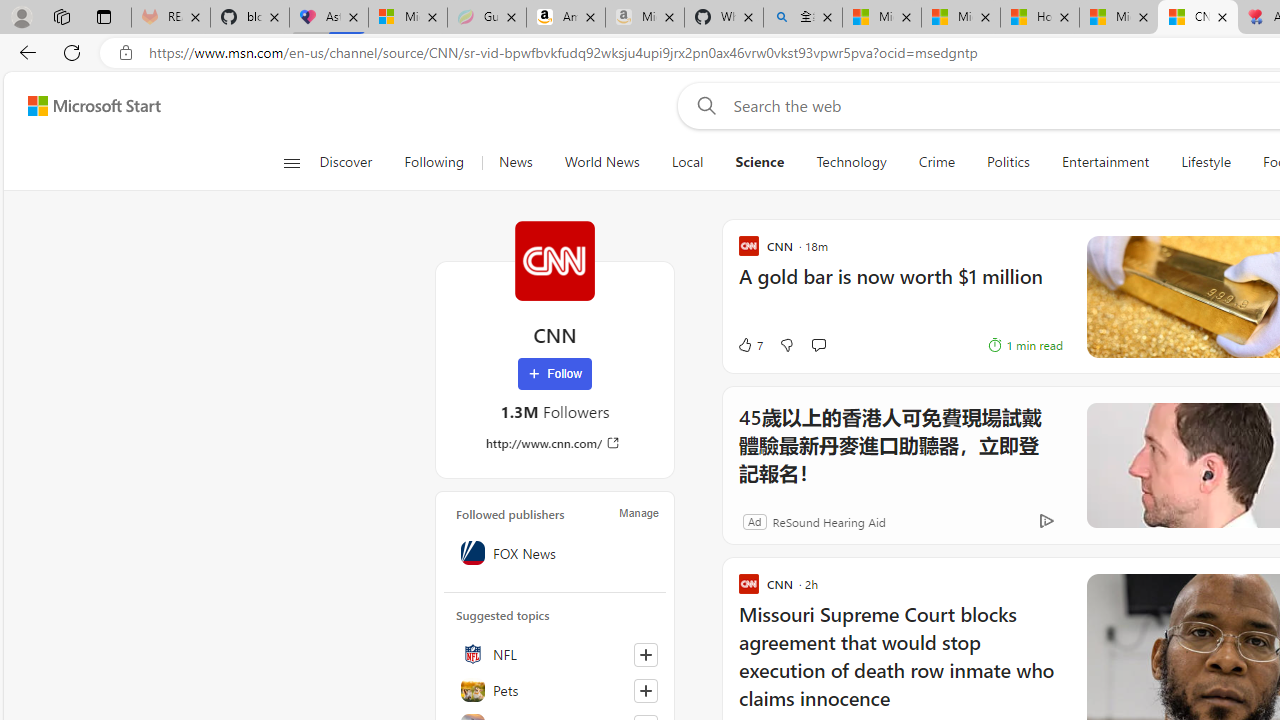 This screenshot has width=1280, height=720. I want to click on 'Skip to footer', so click(81, 105).